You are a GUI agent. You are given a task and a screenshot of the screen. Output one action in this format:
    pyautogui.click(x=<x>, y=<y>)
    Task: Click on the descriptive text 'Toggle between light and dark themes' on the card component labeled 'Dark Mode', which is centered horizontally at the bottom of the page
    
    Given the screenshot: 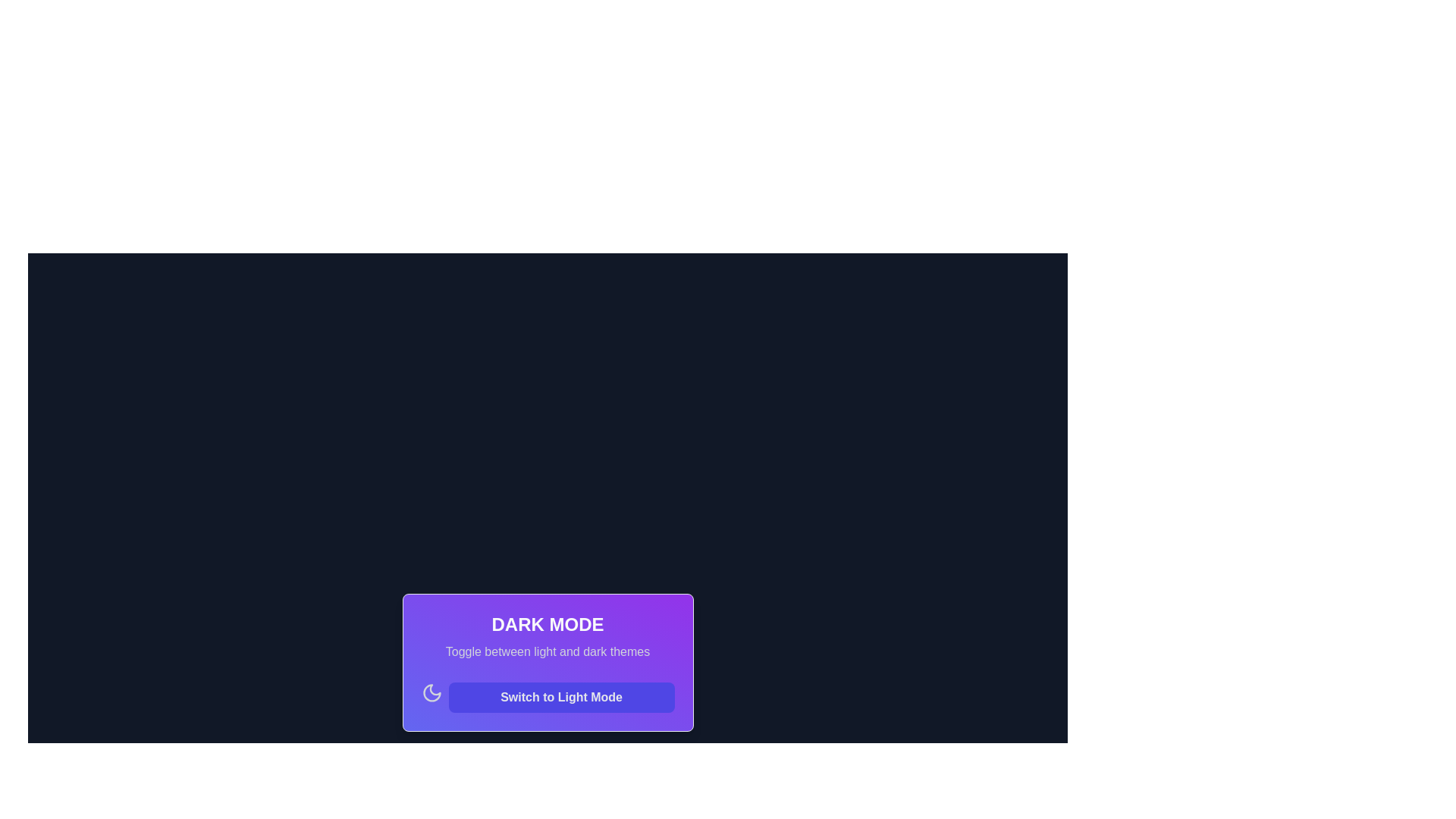 What is the action you would take?
    pyautogui.click(x=547, y=662)
    